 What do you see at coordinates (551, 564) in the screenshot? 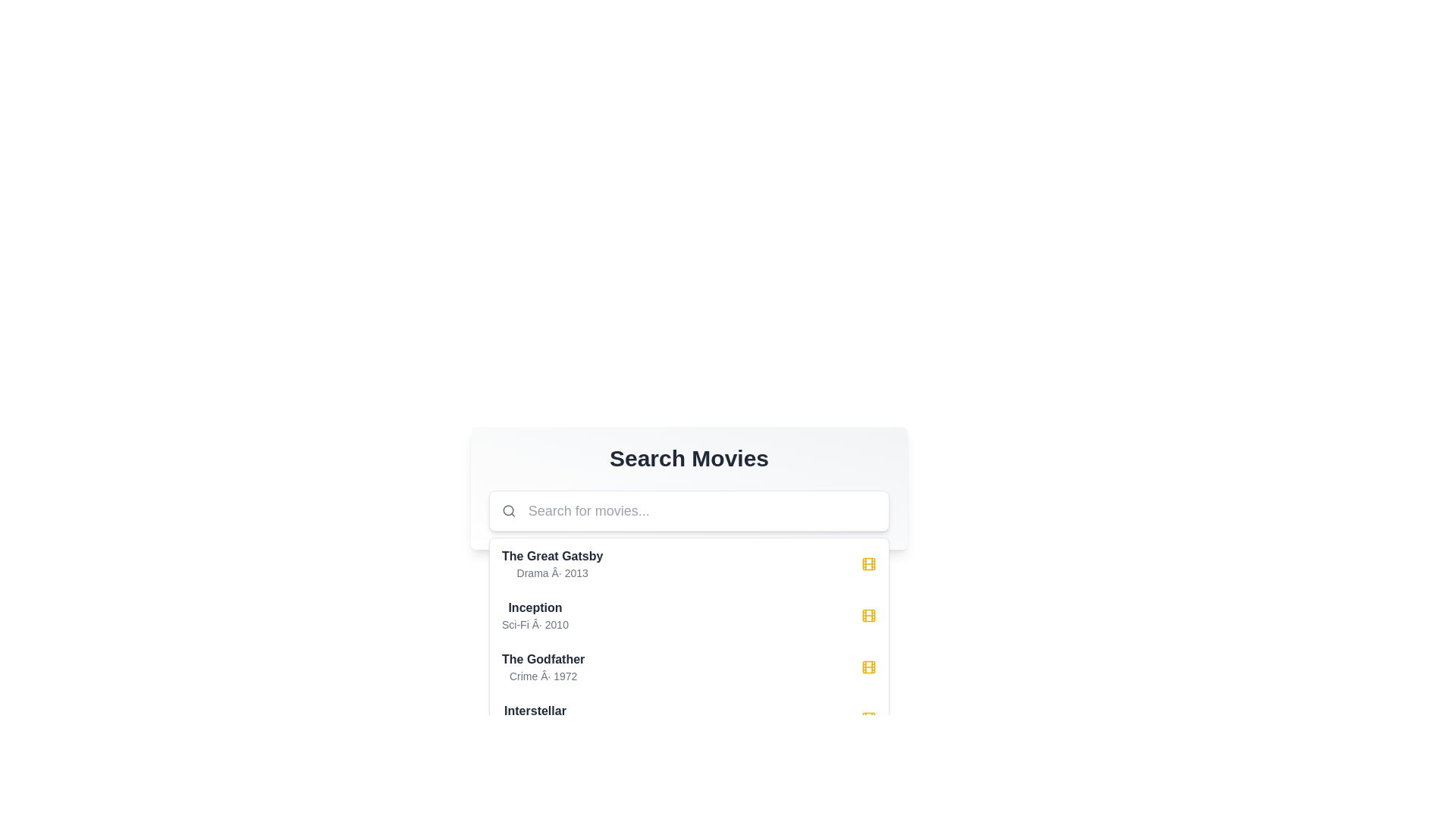
I see `the first list item representing the movie 'The Great Gatsby' in the vertical movie list within the white card interface` at bounding box center [551, 564].